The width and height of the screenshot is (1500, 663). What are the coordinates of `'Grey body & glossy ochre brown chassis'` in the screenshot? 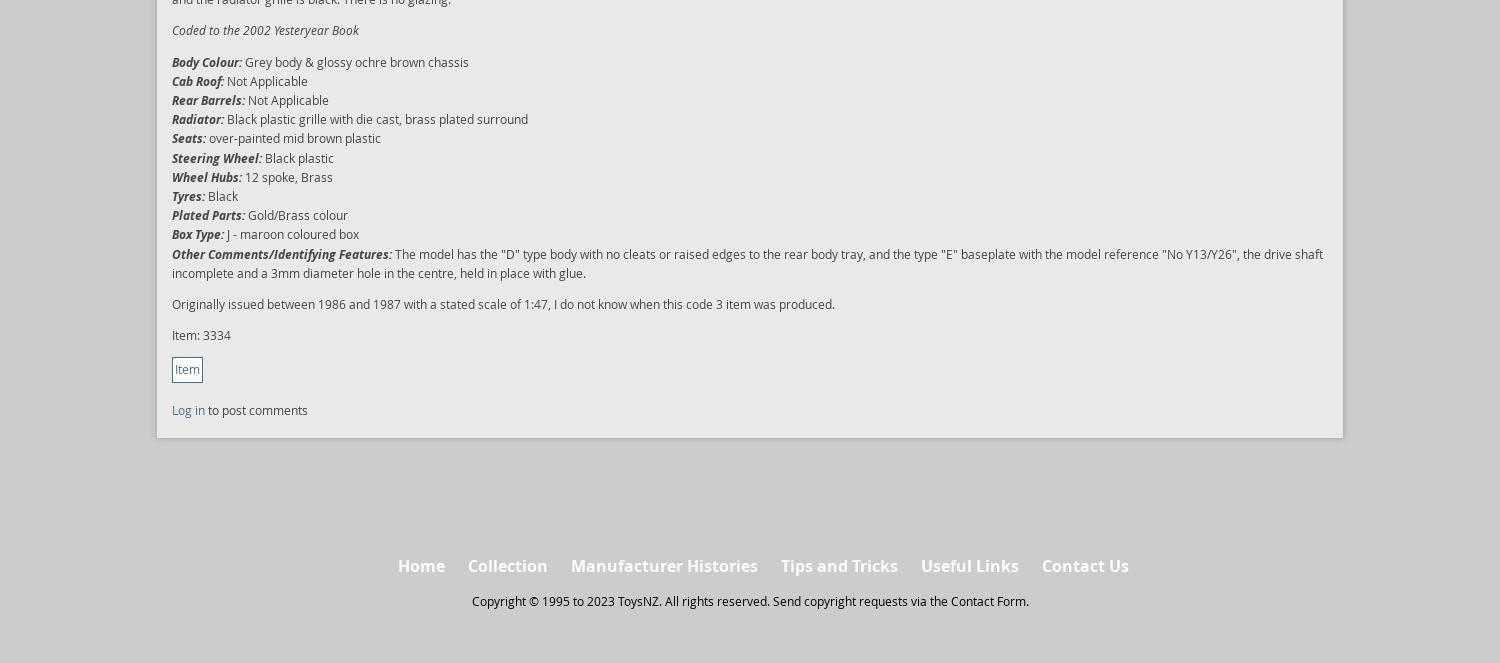 It's located at (354, 59).